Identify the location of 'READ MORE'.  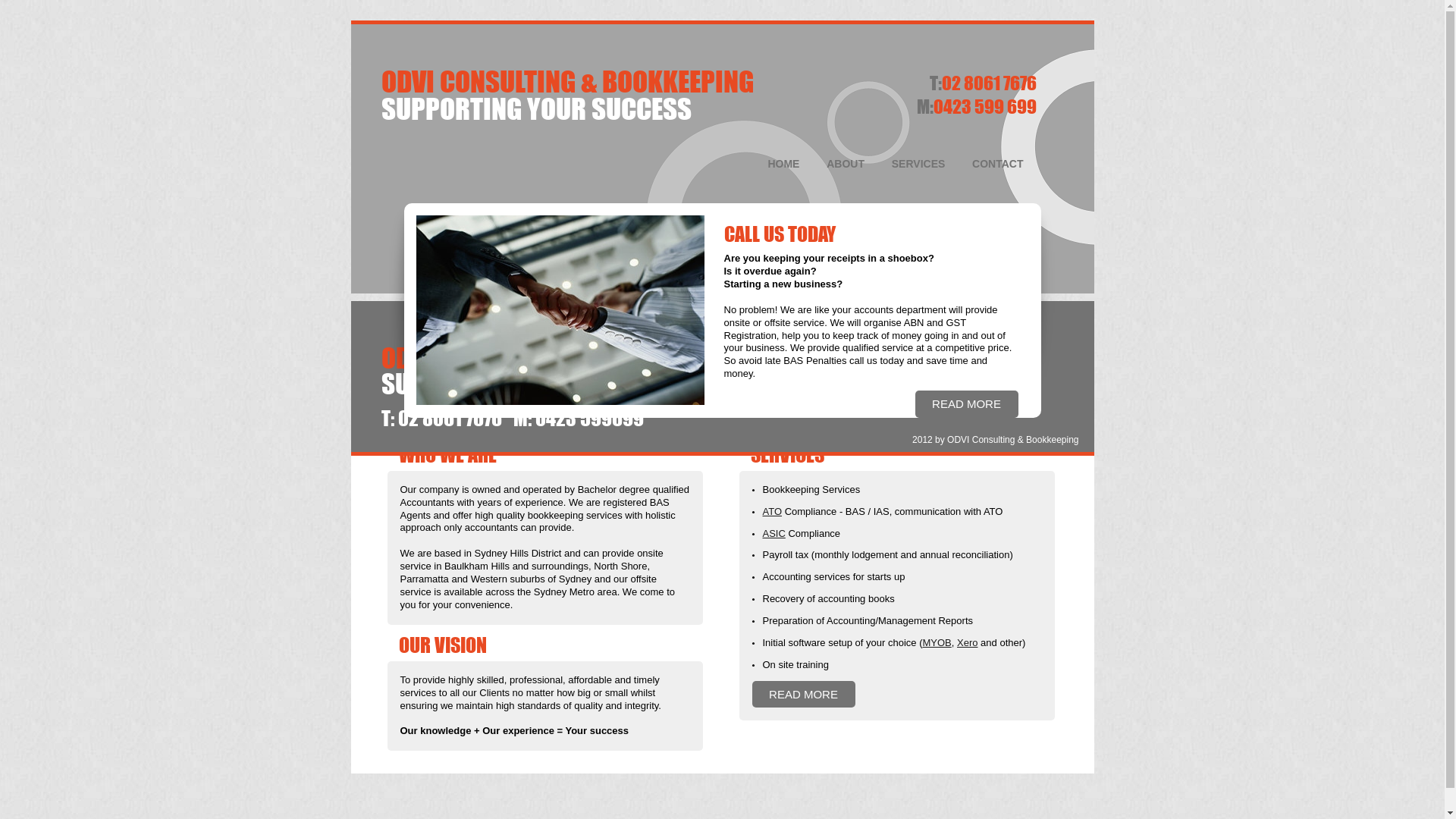
(965, 404).